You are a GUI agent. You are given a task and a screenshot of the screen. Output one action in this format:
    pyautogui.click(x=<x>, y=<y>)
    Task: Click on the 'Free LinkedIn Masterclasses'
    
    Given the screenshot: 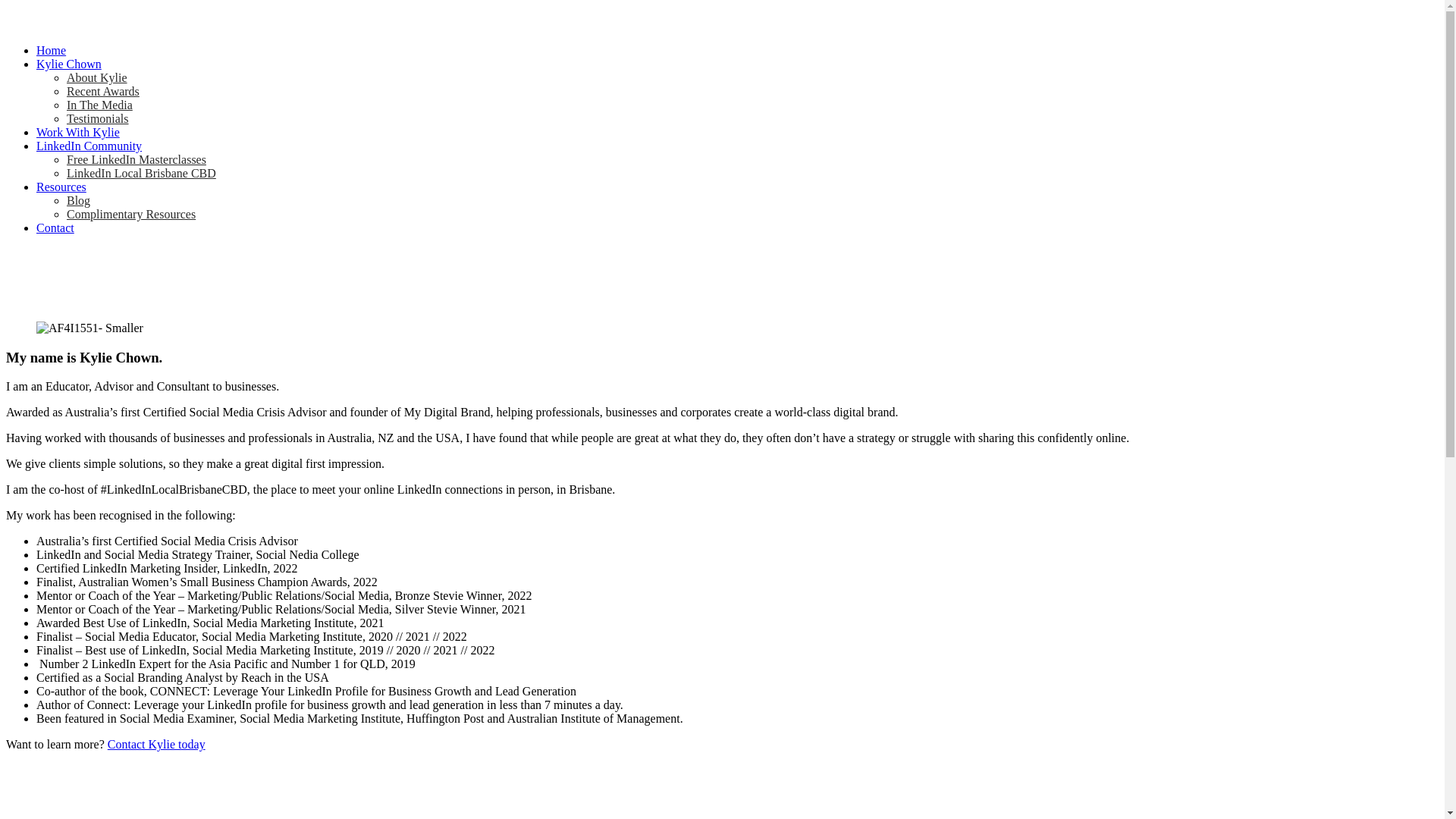 What is the action you would take?
    pyautogui.click(x=136, y=159)
    